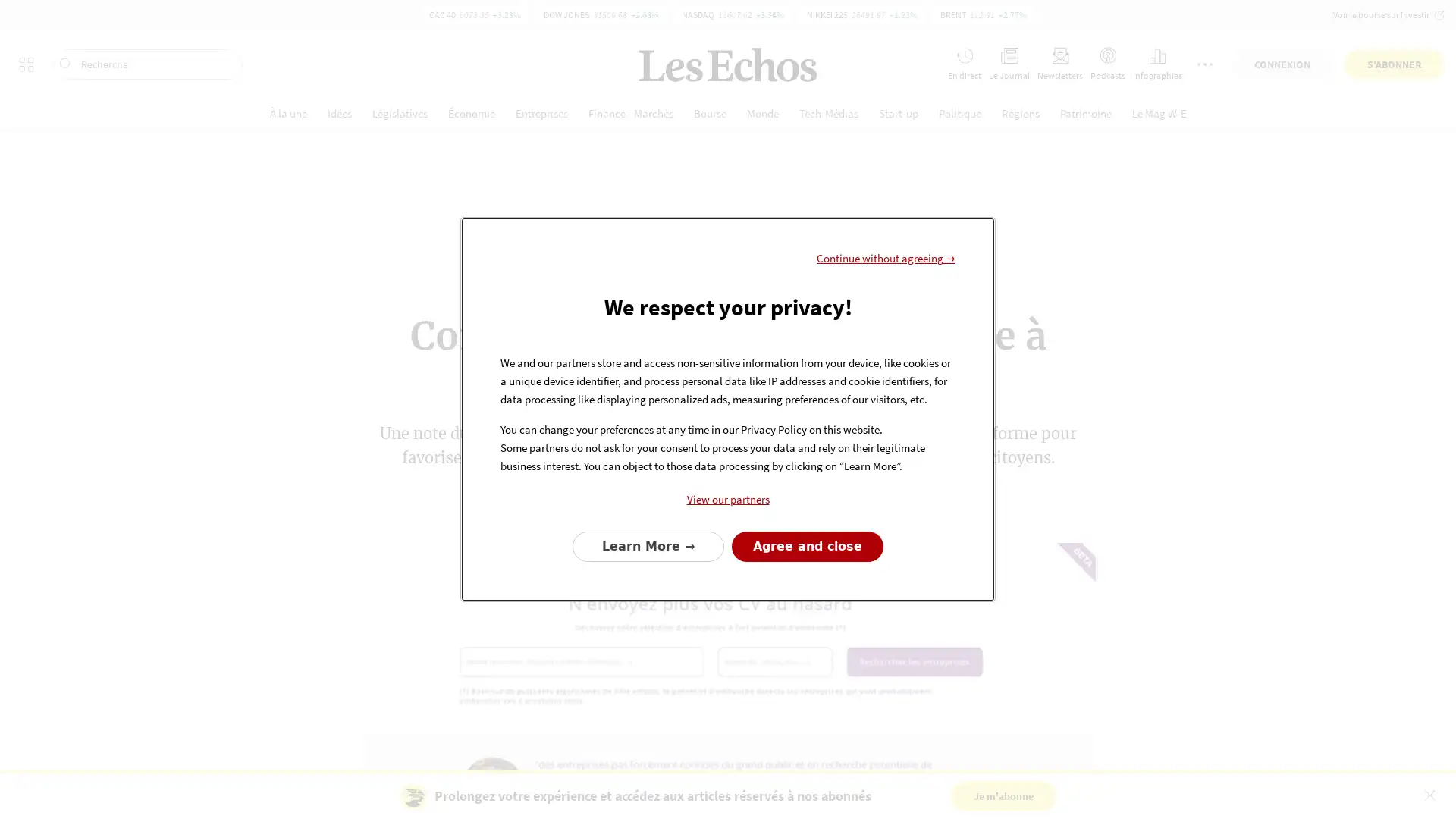 The height and width of the screenshot is (819, 1456). I want to click on Commenter, so click(648, 504).